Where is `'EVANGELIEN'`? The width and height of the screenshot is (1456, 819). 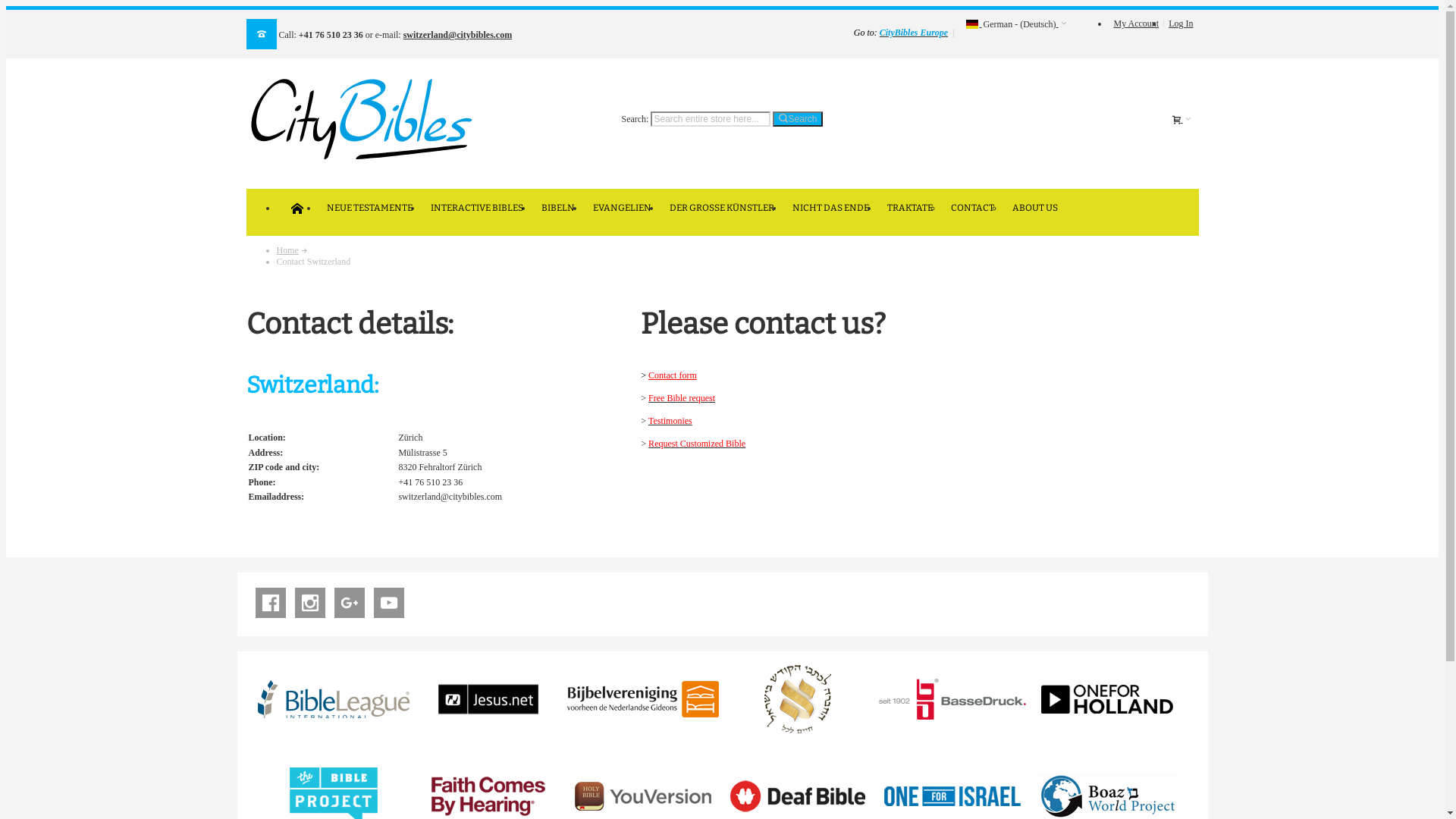
'EVANGELIEN' is located at coordinates (582, 207).